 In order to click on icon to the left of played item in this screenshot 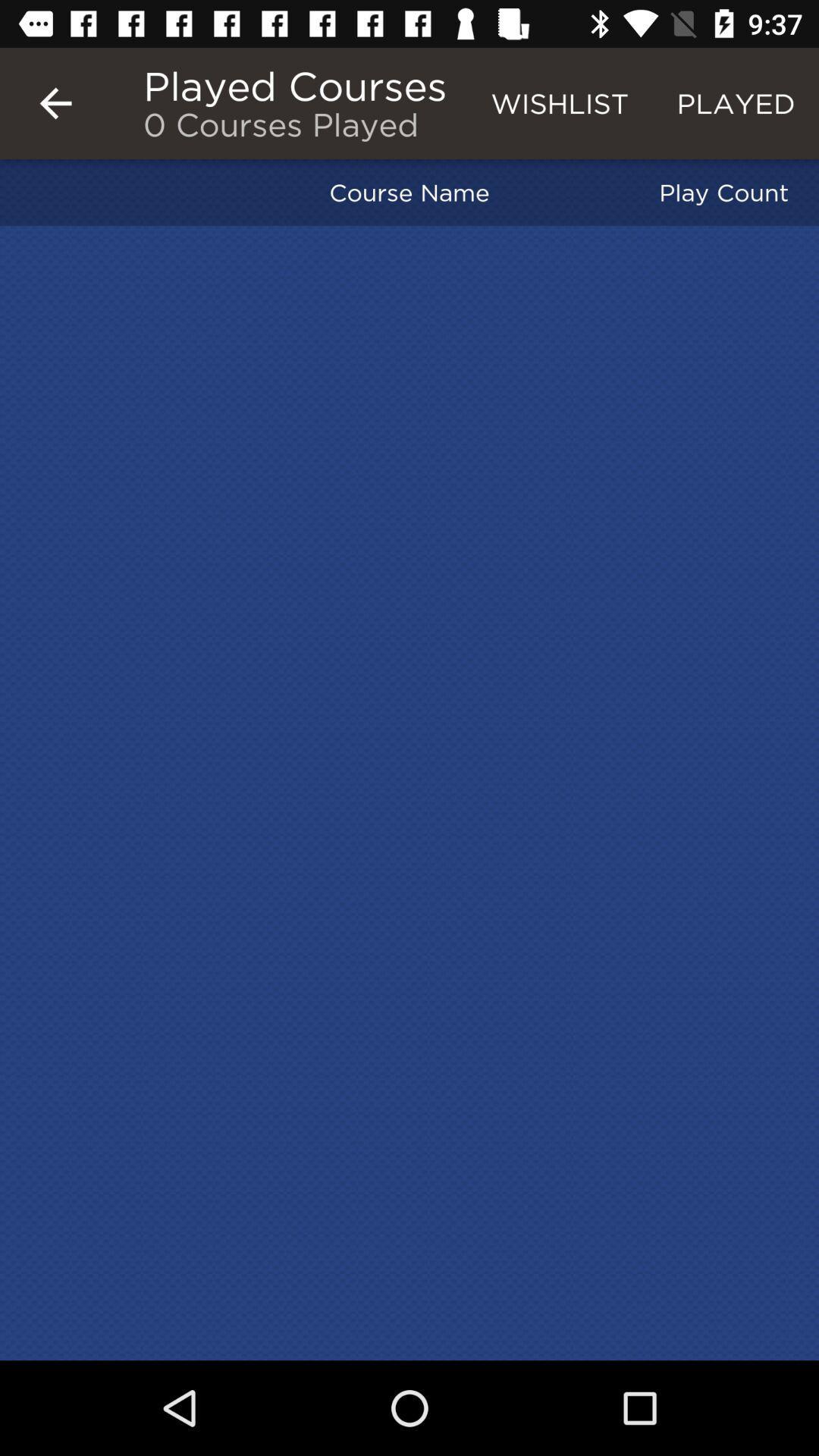, I will do `click(560, 102)`.